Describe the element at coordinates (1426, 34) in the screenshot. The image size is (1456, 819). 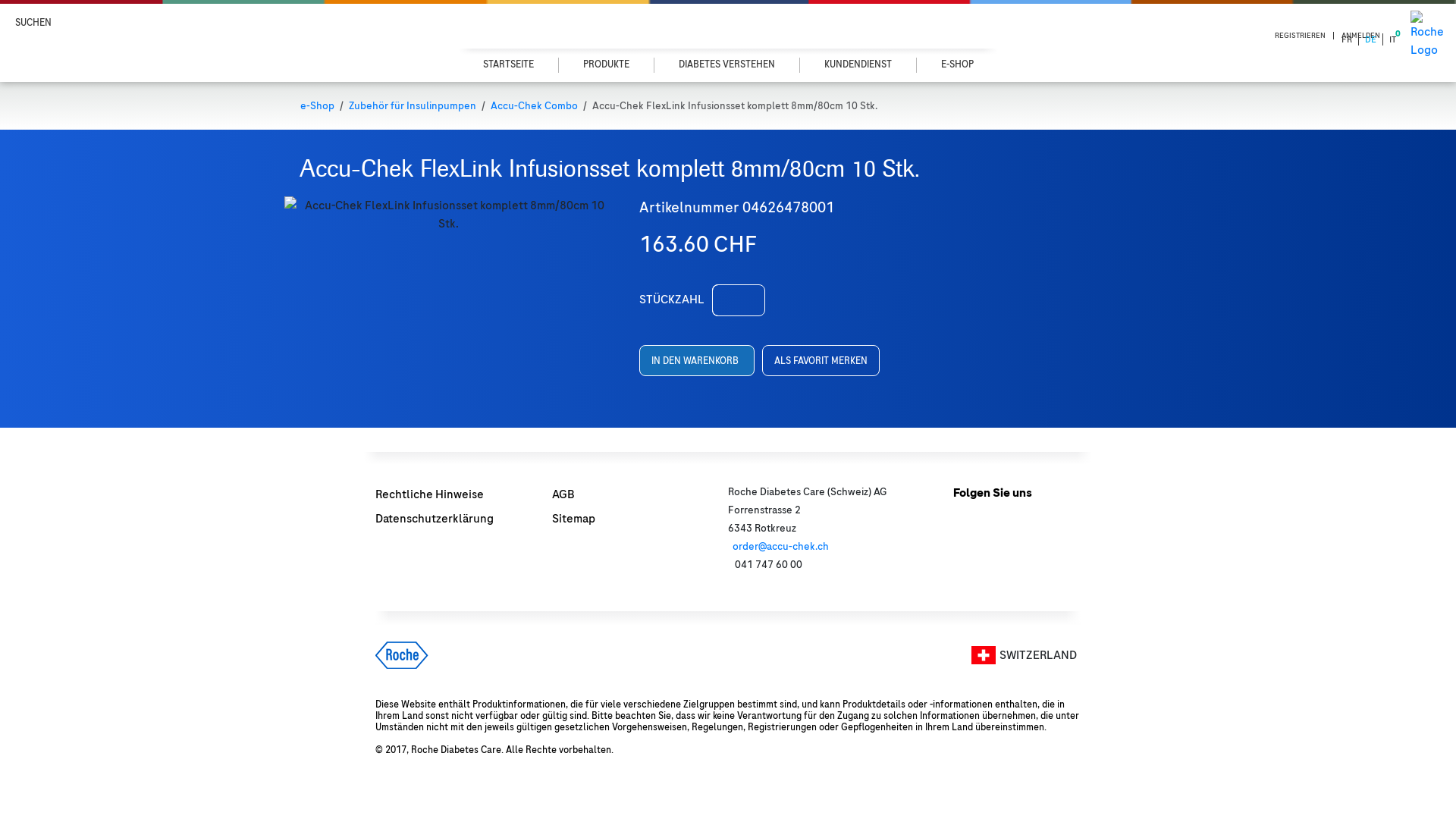
I see `'Roche Logo'` at that location.